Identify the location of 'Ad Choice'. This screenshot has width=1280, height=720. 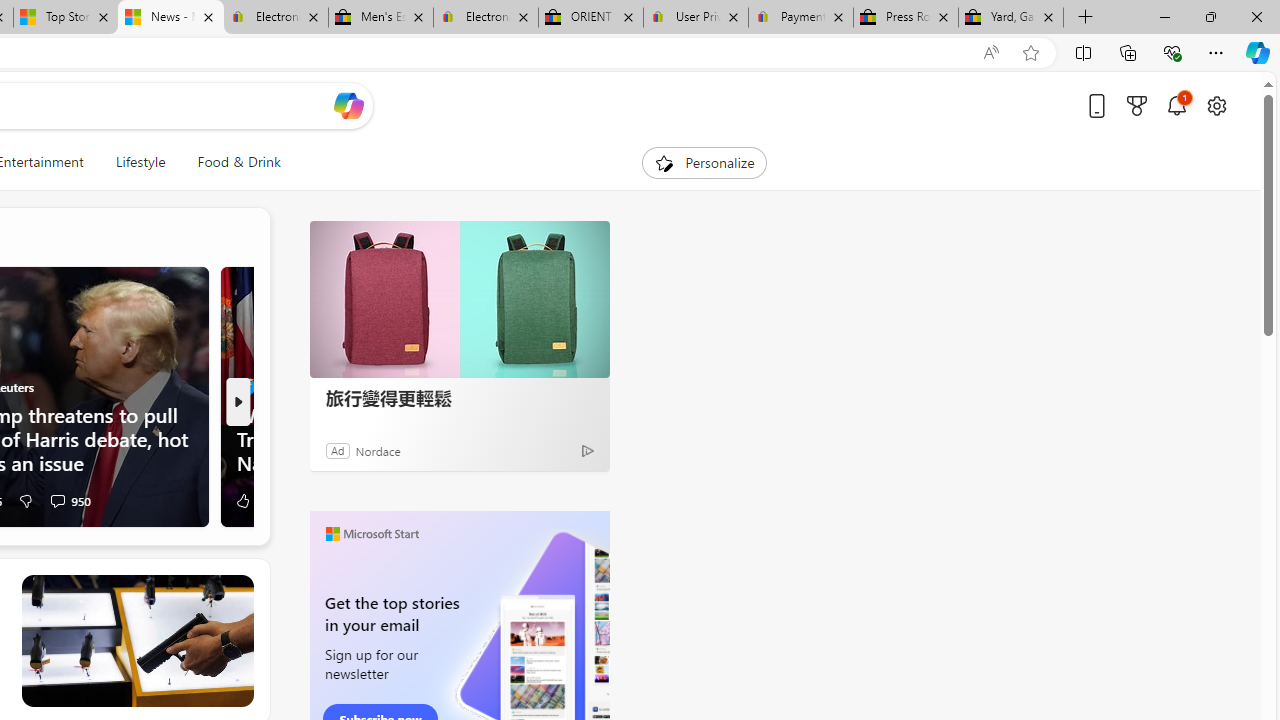
(587, 450).